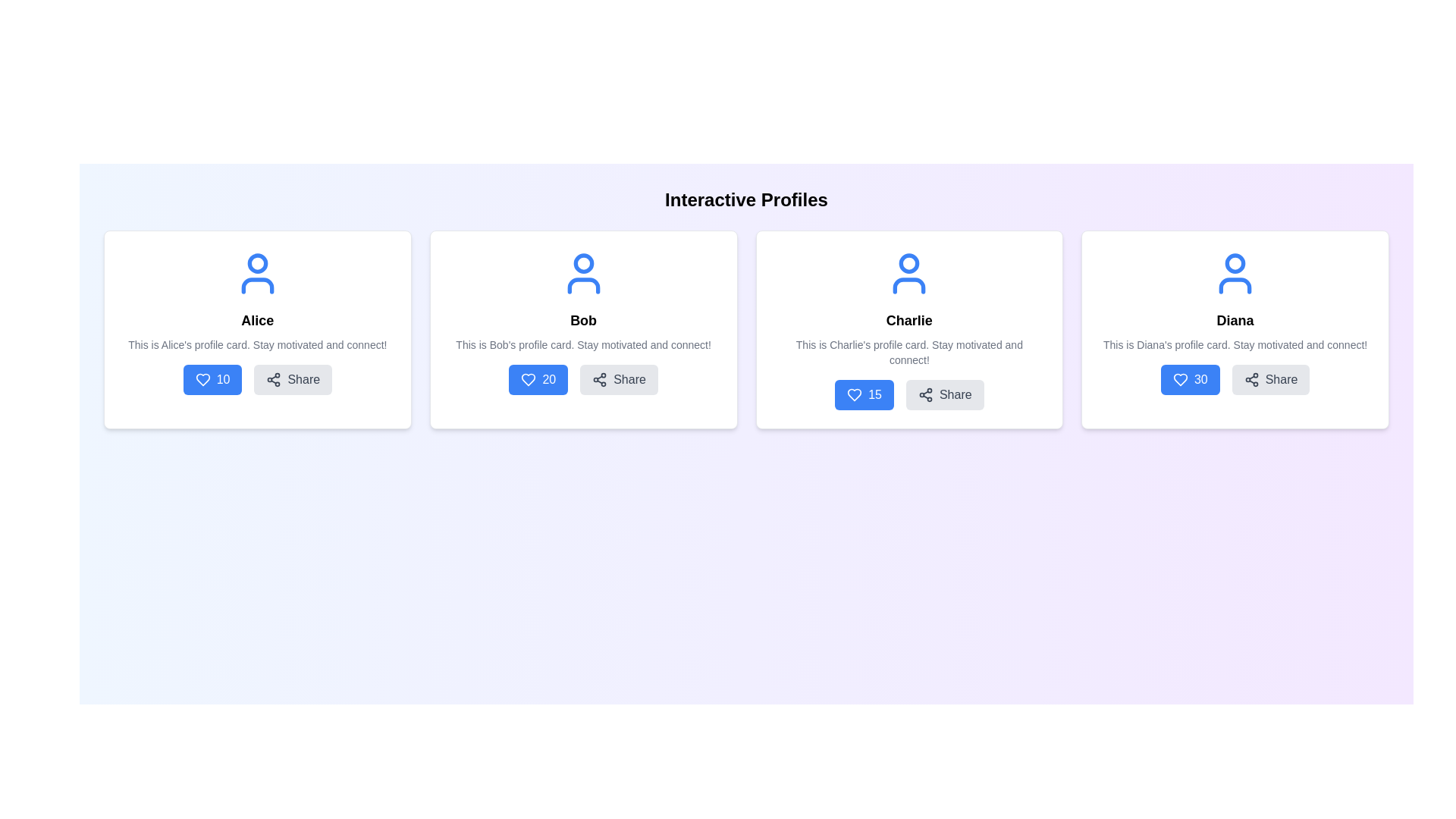 This screenshot has height=819, width=1456. What do you see at coordinates (1200, 379) in the screenshot?
I see `the text label indicating the count of likes within the blue button on the fourth profile card labeled 'Diana', located to the right of the heart icon` at bounding box center [1200, 379].